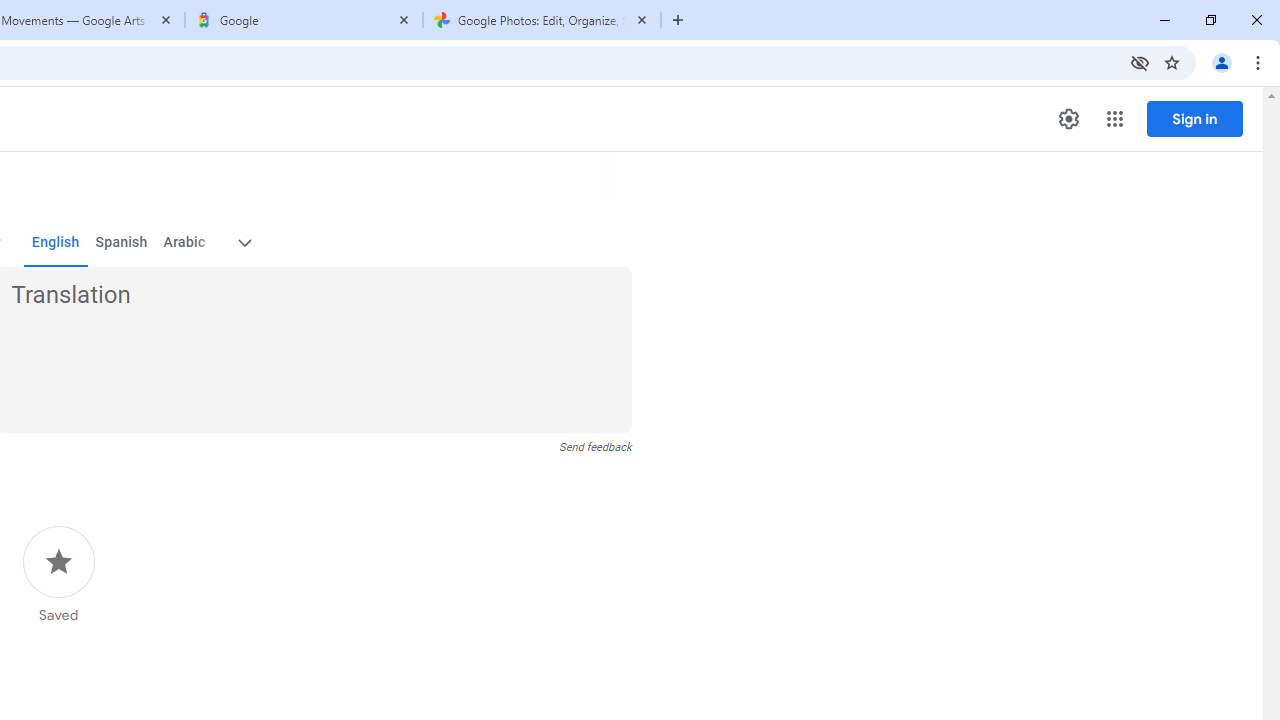 The width and height of the screenshot is (1280, 720). Describe the element at coordinates (120, 242) in the screenshot. I see `'Spanish'` at that location.